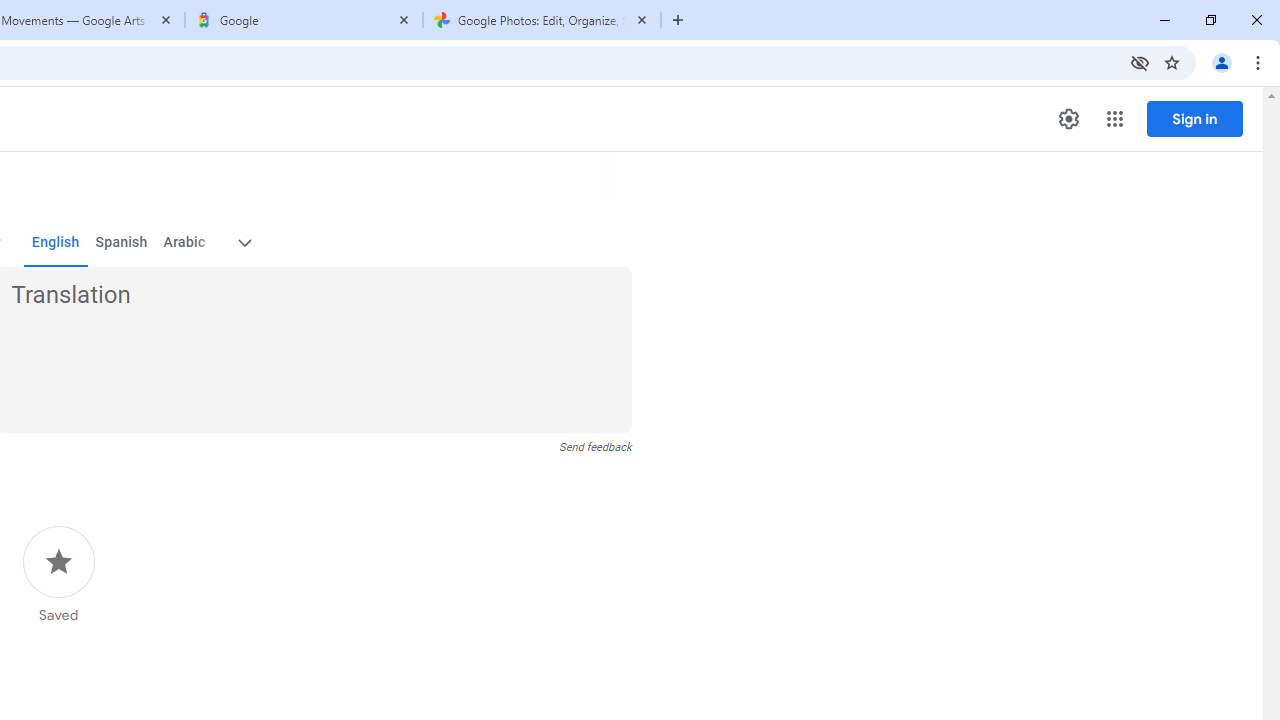 The width and height of the screenshot is (1280, 720). Describe the element at coordinates (120, 242) in the screenshot. I see `'Spanish'` at that location.